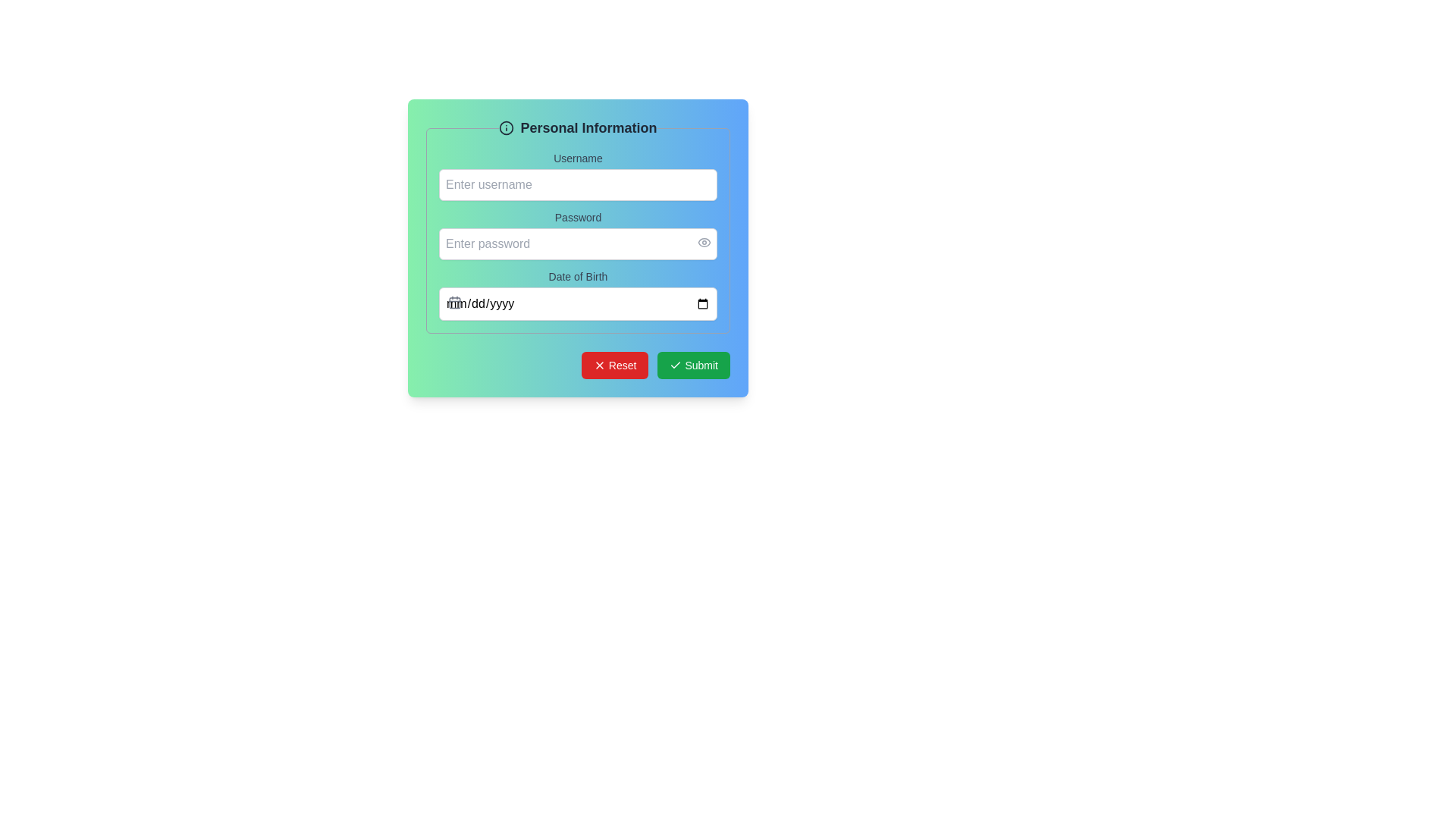 The image size is (1456, 819). What do you see at coordinates (693, 366) in the screenshot?
I see `the green 'Submit' button with white text and a checkmark icon` at bounding box center [693, 366].